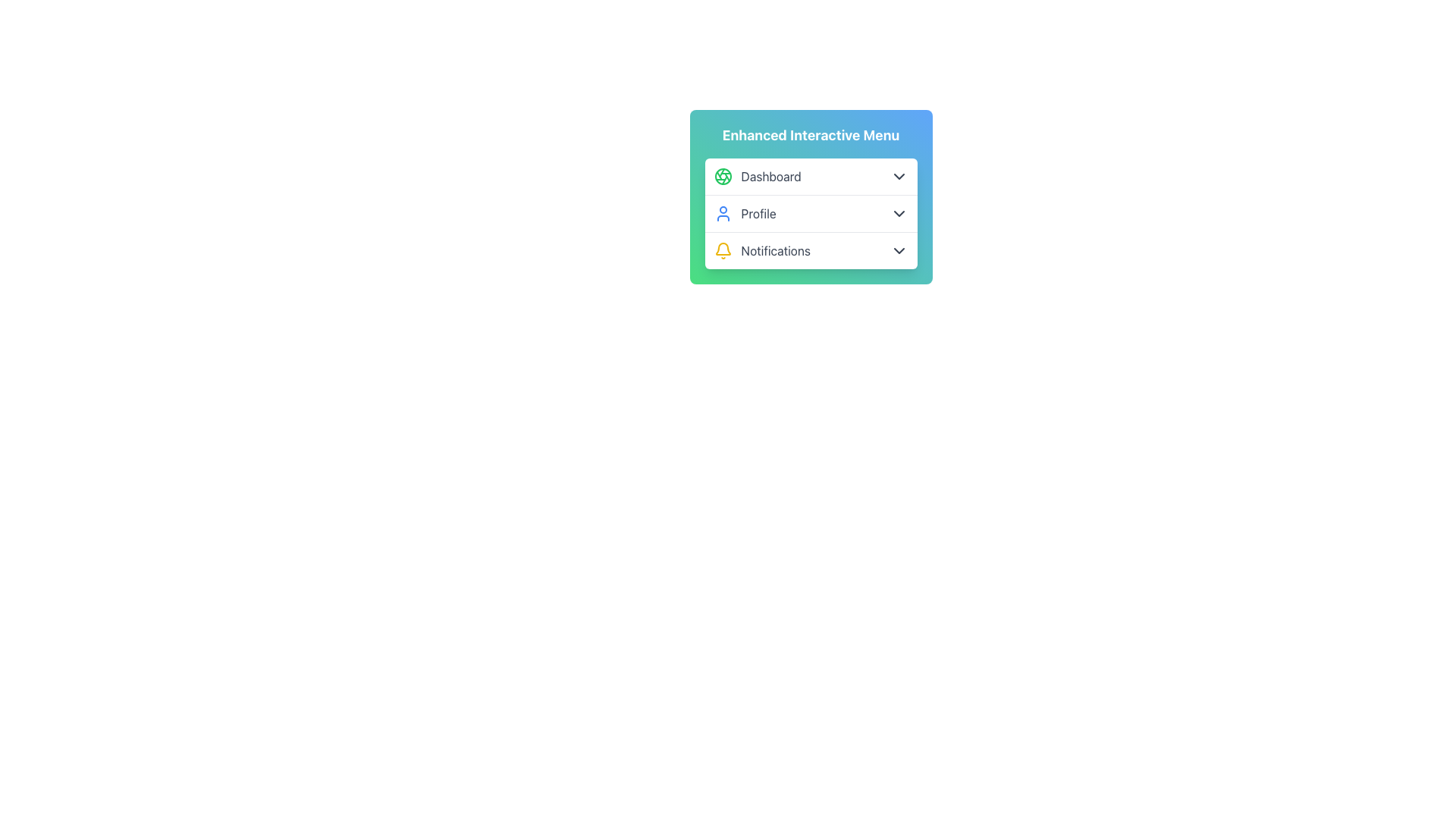 This screenshot has height=819, width=1456. What do you see at coordinates (810, 249) in the screenshot?
I see `the Notifications menu item button located as the third item in the vertical menu, positioned below the Dashboard and Profile items` at bounding box center [810, 249].